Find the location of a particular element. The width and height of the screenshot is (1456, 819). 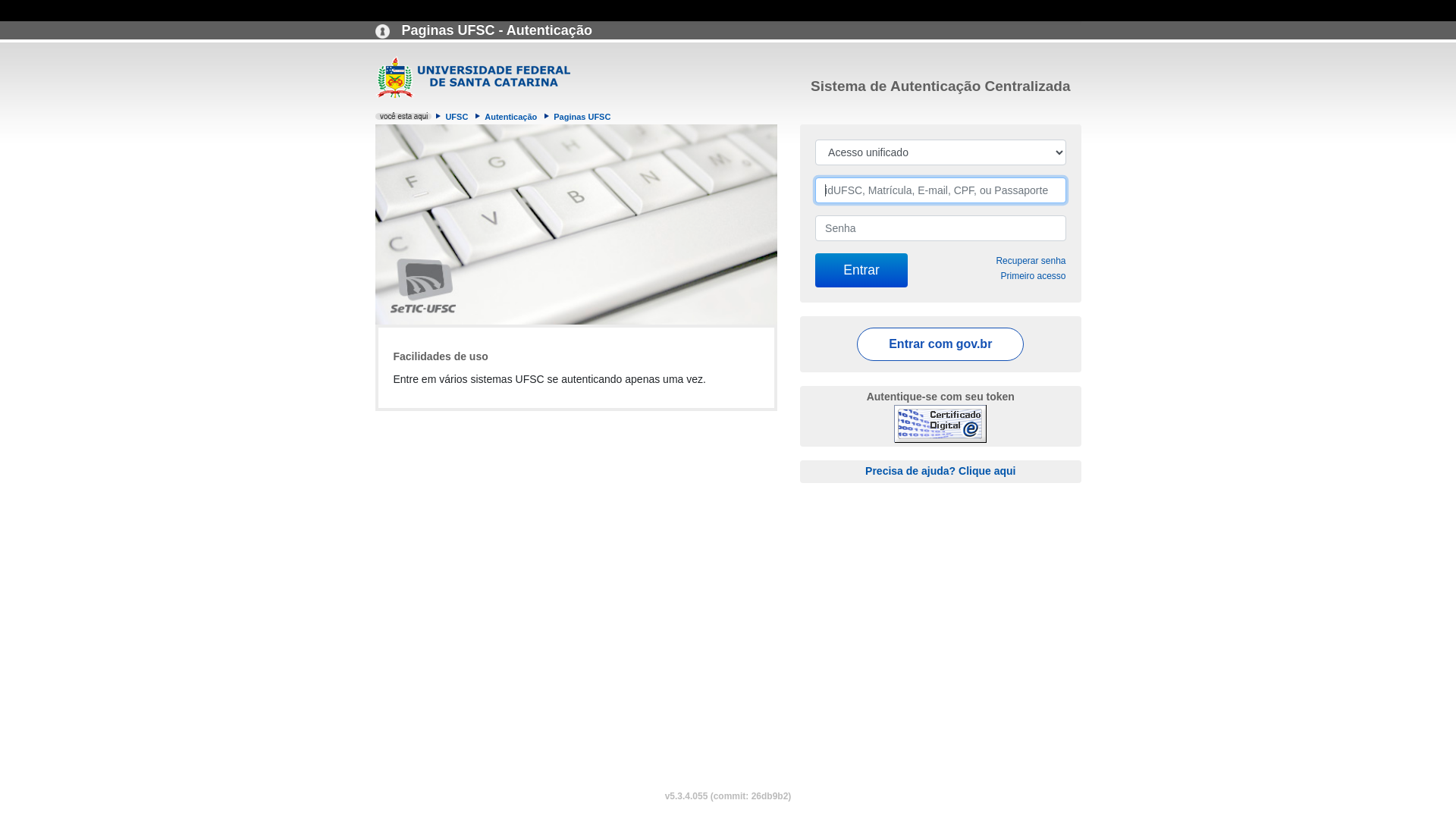

'Primeiro acesso' is located at coordinates (1032, 275).